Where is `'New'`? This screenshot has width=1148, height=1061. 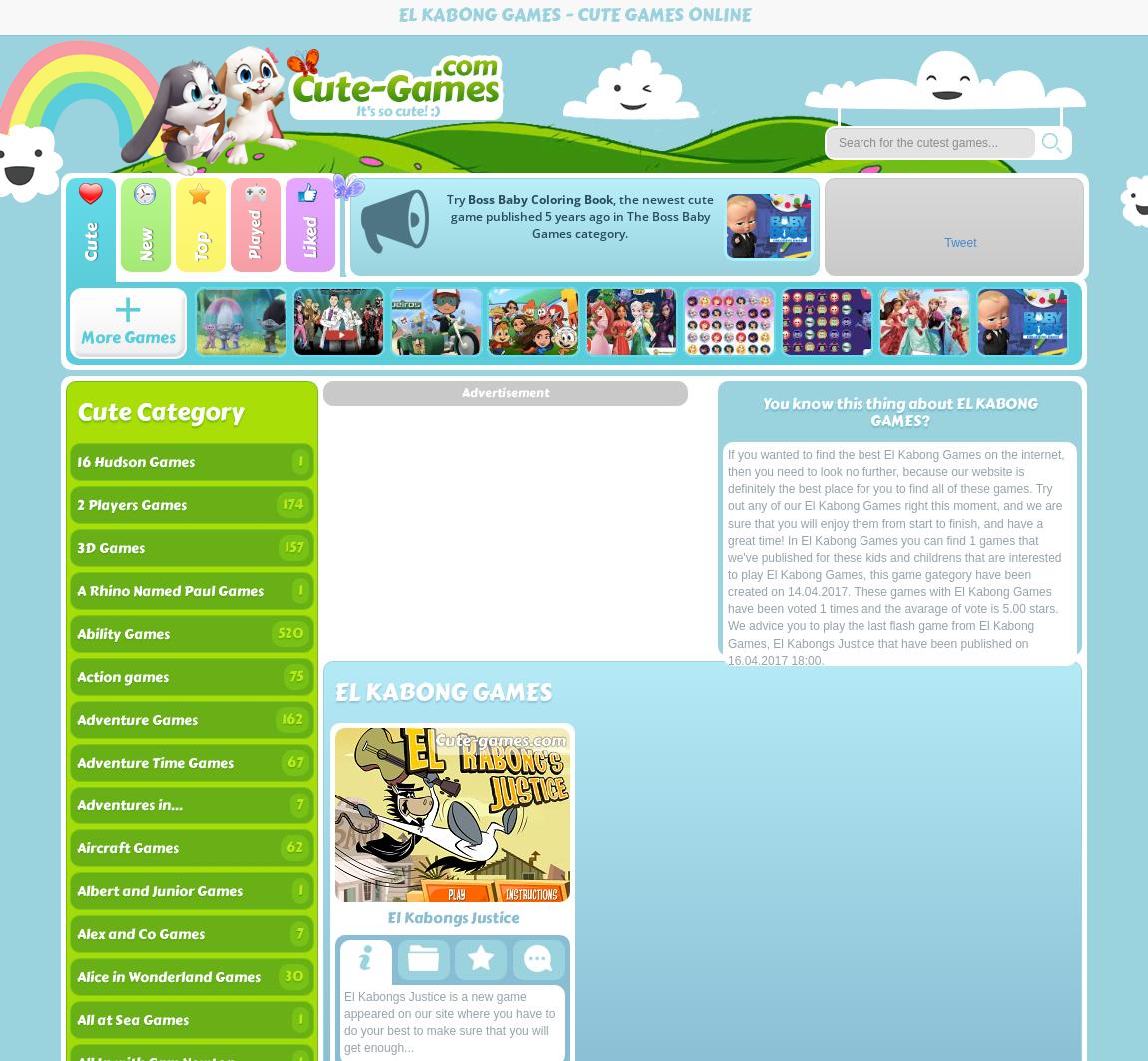 'New' is located at coordinates (144, 245).